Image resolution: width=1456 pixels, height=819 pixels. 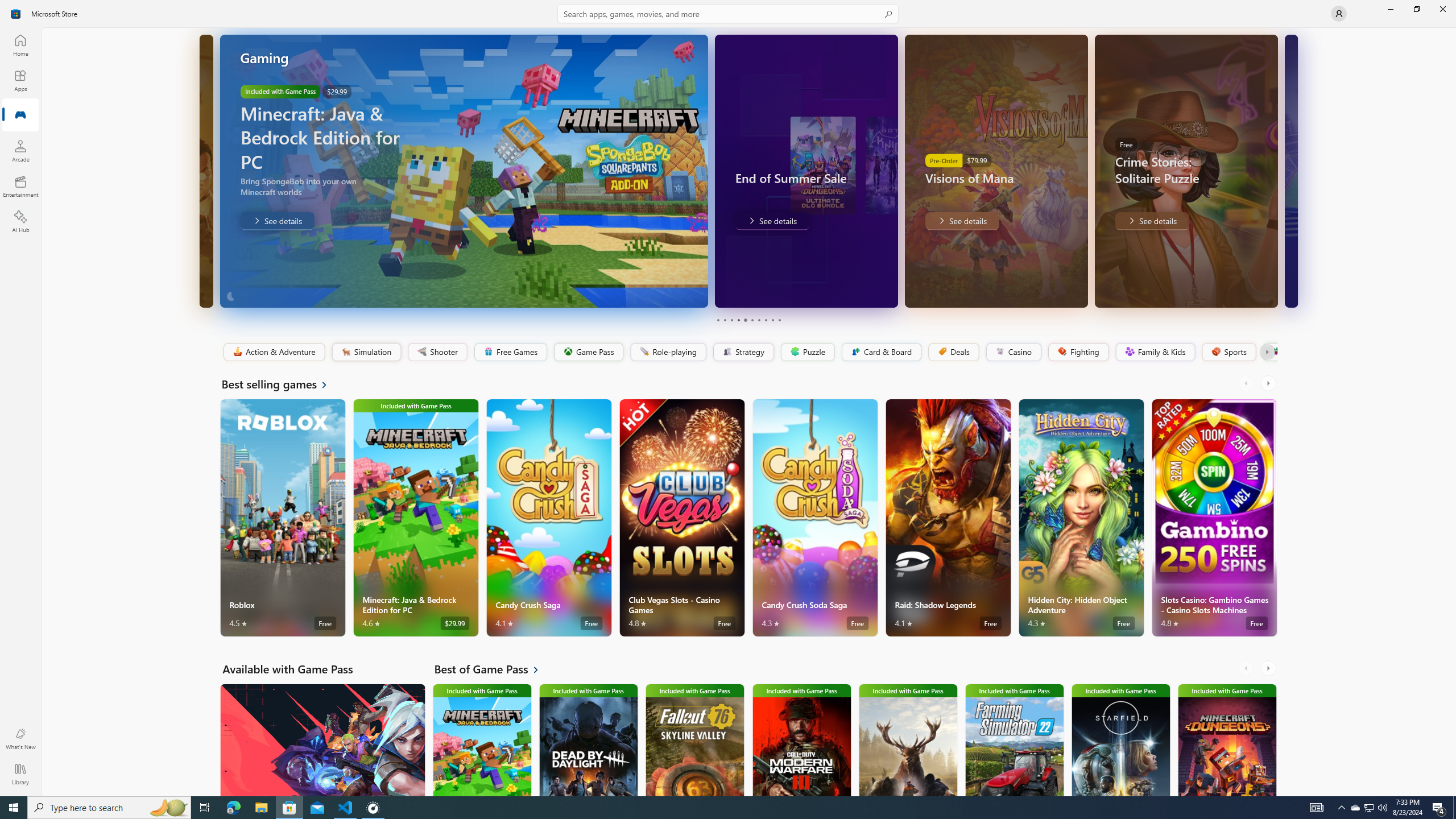 I want to click on 'User profile', so click(x=1338, y=13).